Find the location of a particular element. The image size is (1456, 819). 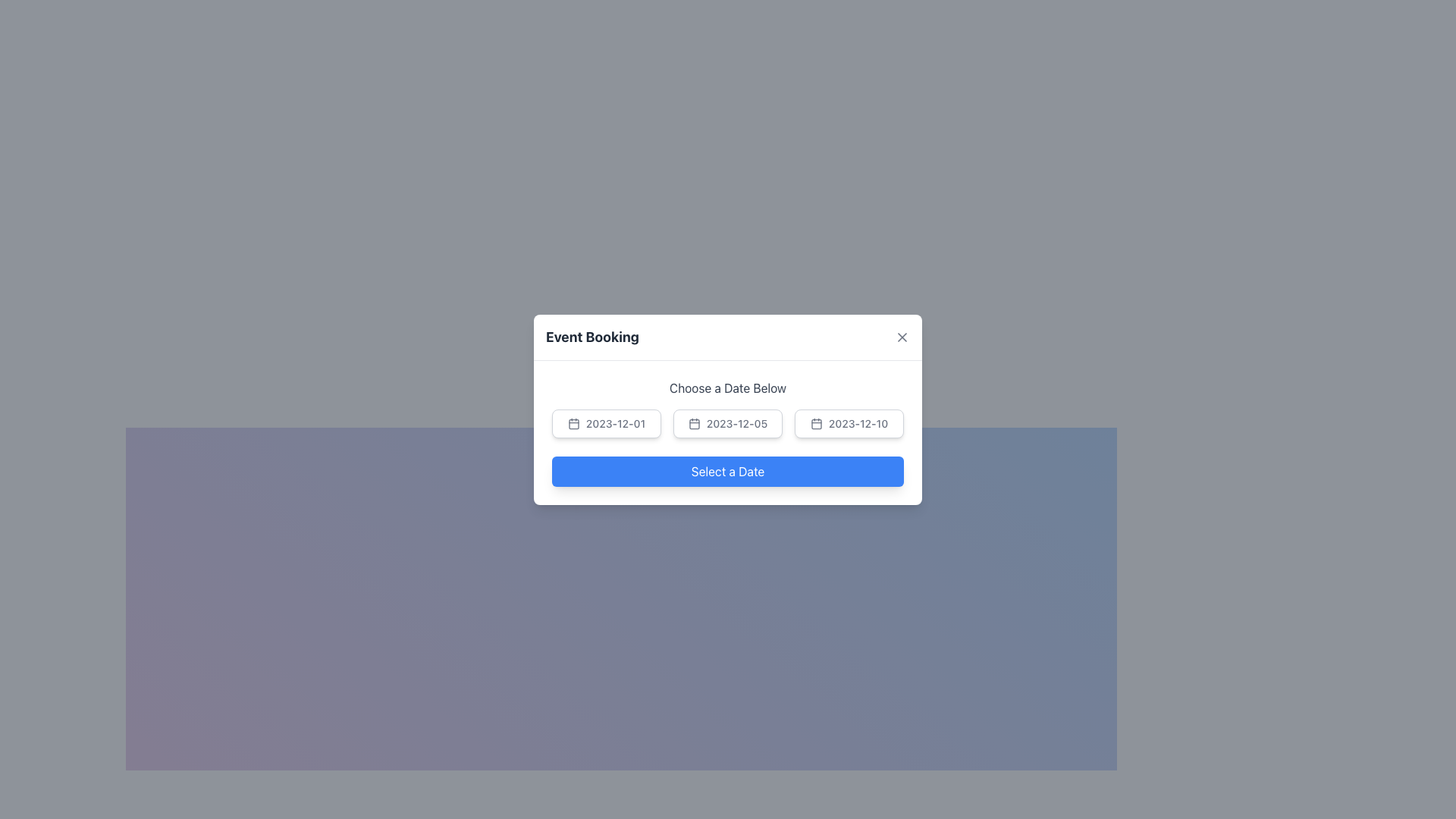

the small red calendar icon associated with the date '2023-12-10' for further navigation is located at coordinates (815, 424).